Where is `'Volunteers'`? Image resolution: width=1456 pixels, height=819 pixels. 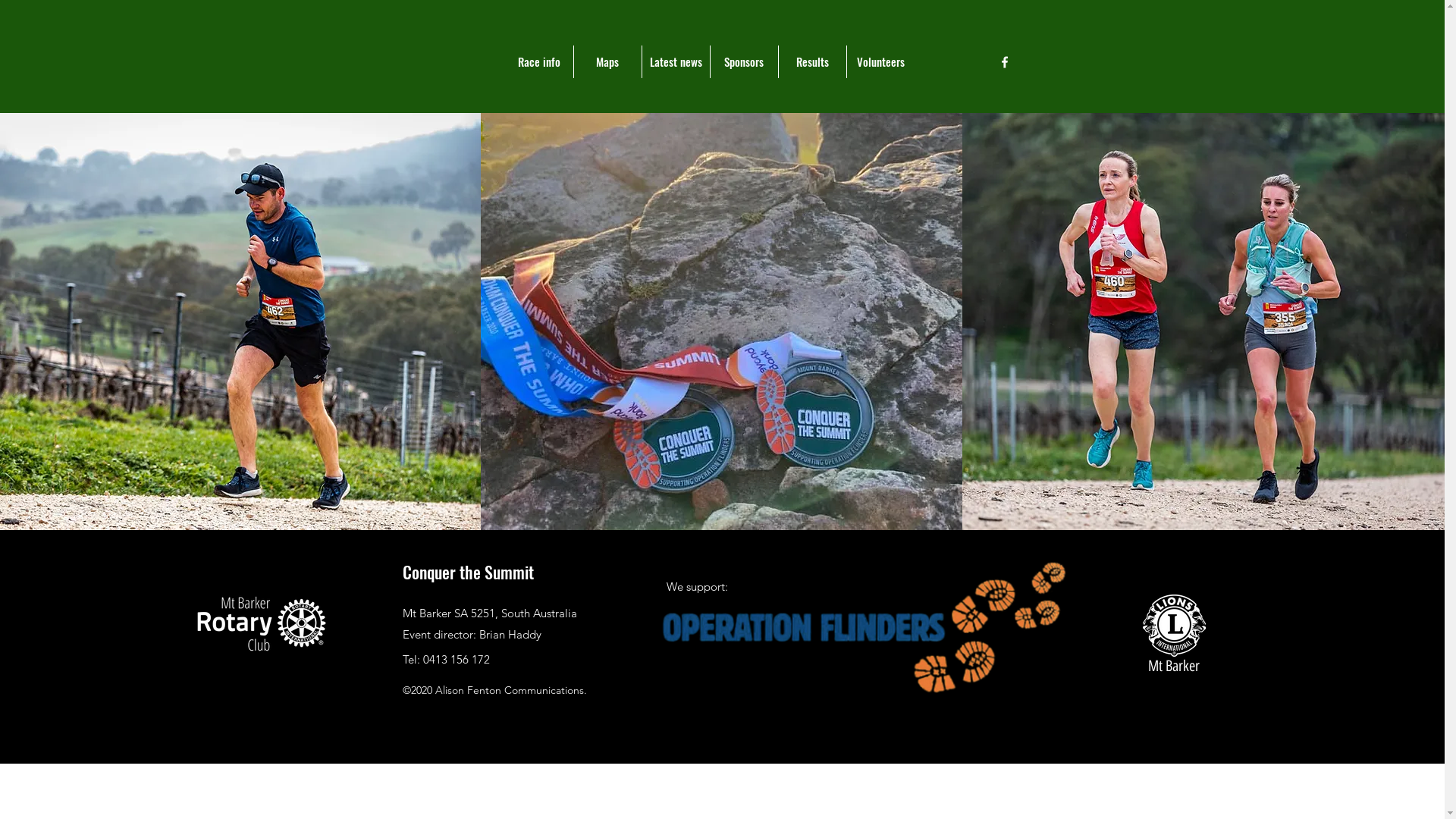 'Volunteers' is located at coordinates (880, 61).